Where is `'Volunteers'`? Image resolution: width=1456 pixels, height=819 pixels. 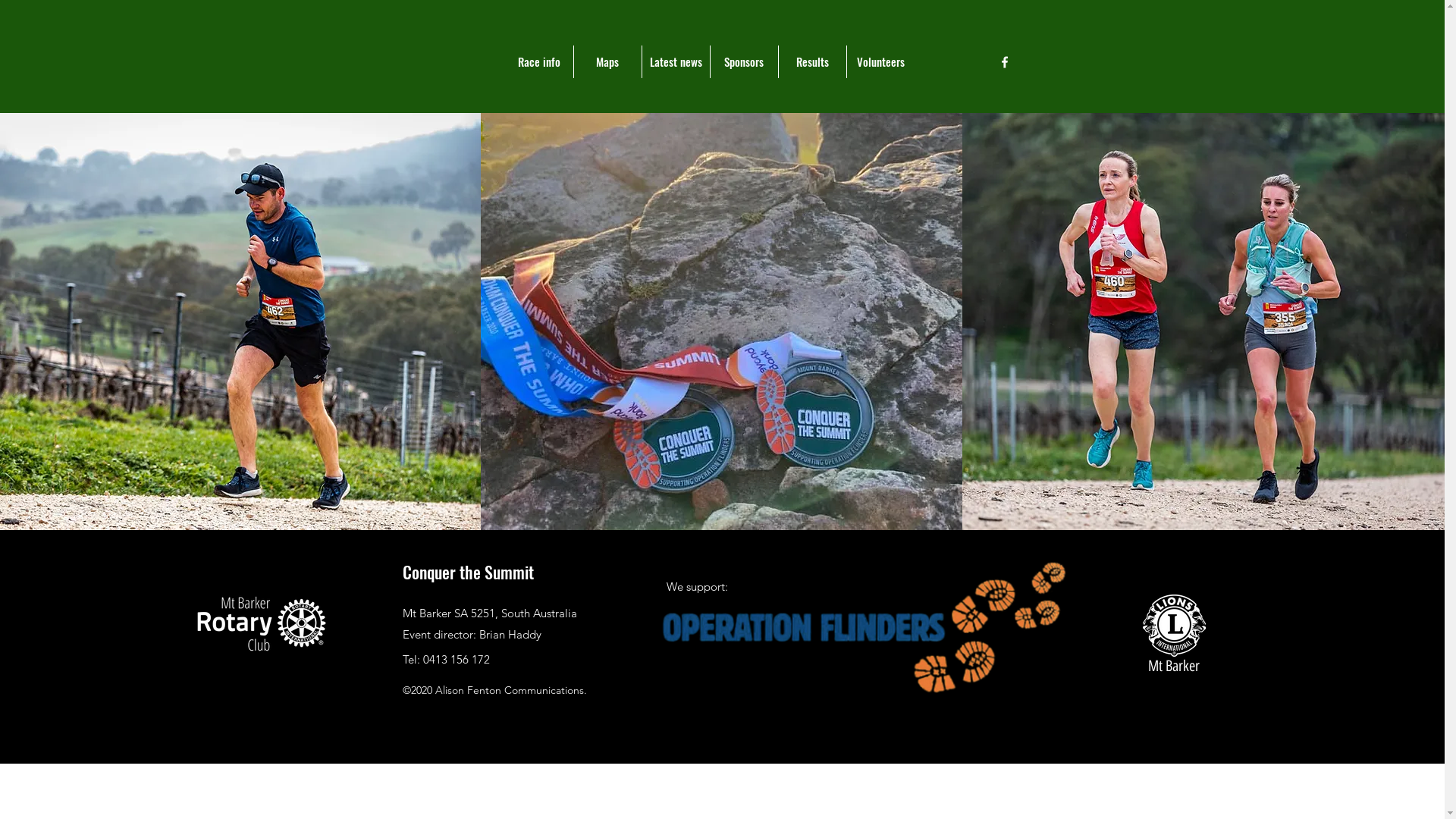 'Volunteers' is located at coordinates (880, 61).